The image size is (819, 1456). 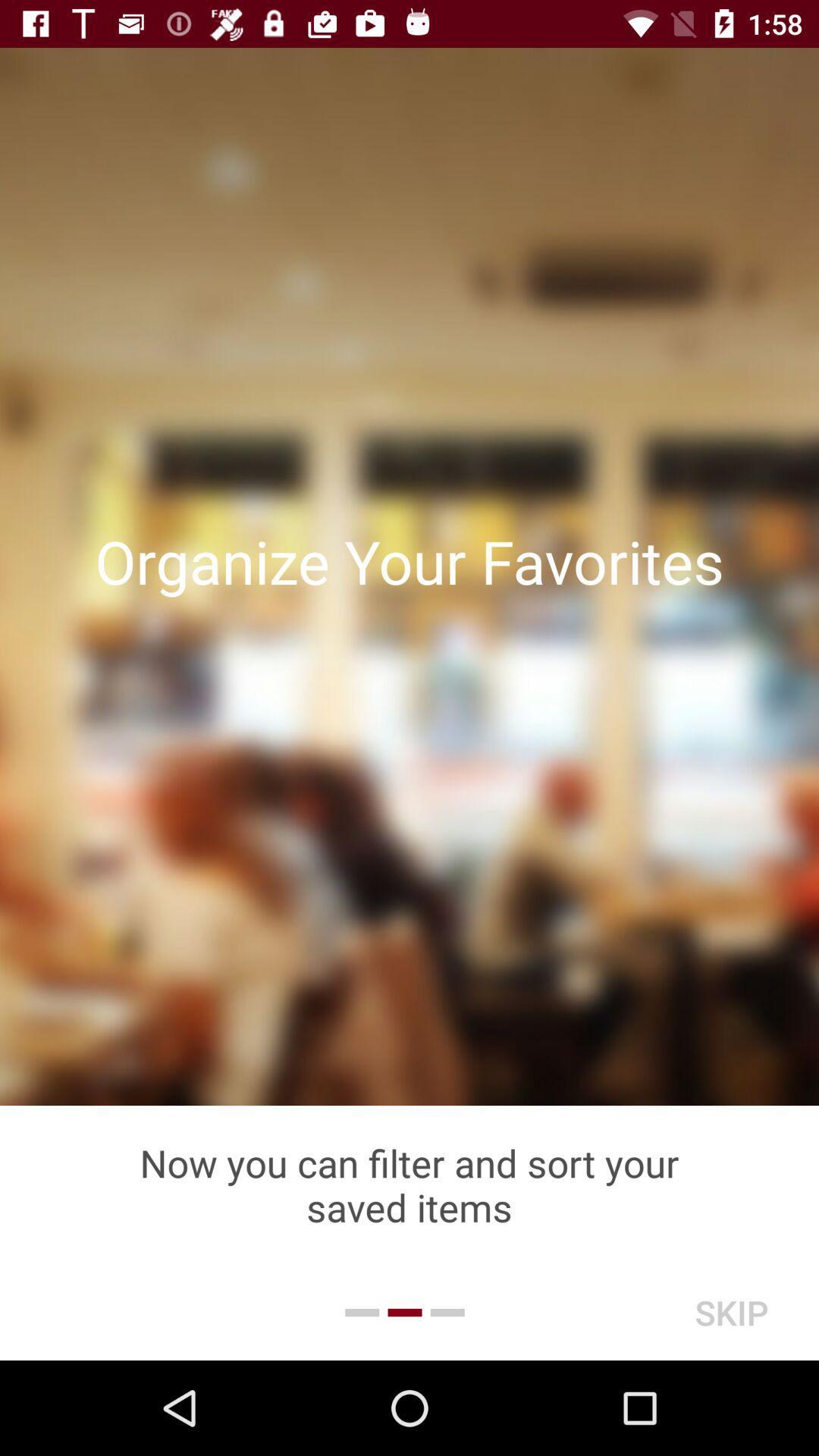 I want to click on the icon above skip, so click(x=409, y=1185).